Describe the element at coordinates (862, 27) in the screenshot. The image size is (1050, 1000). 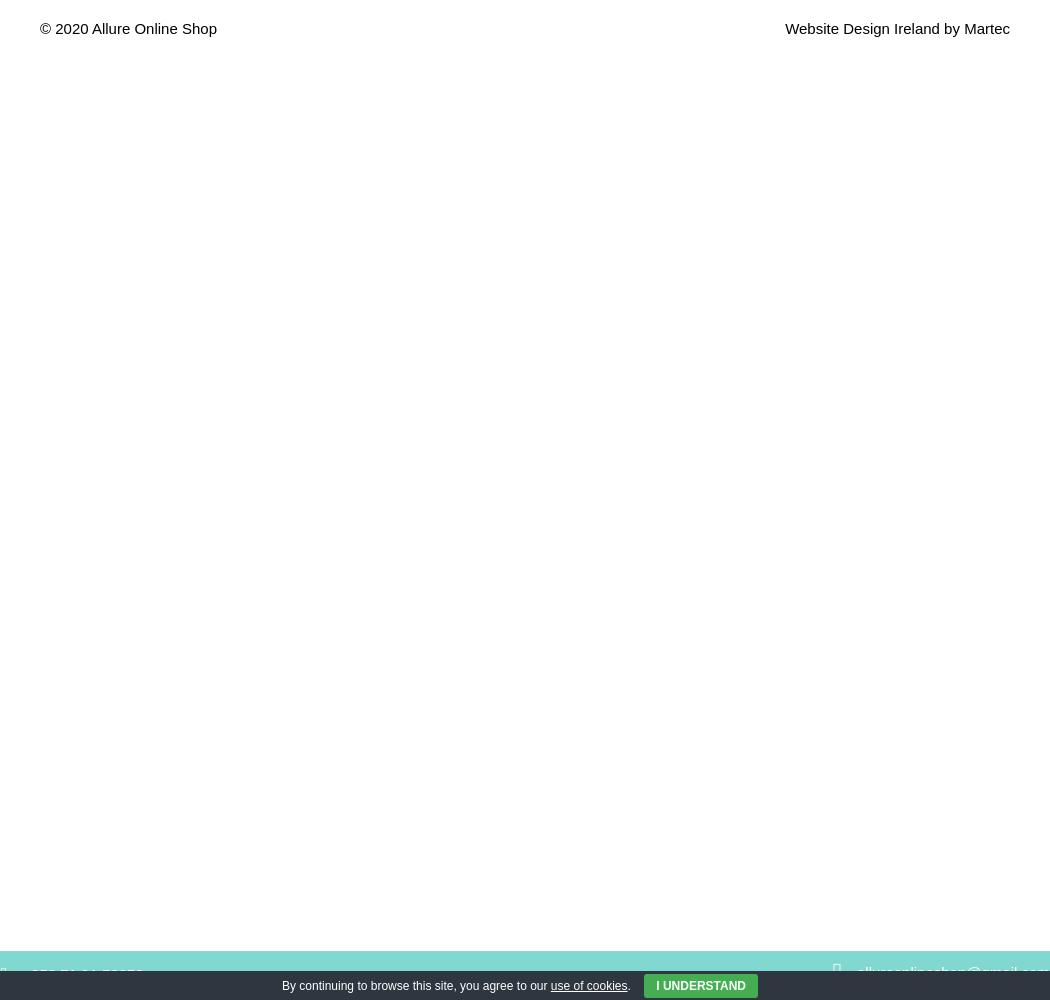
I see `'Website Design Ireland'` at that location.